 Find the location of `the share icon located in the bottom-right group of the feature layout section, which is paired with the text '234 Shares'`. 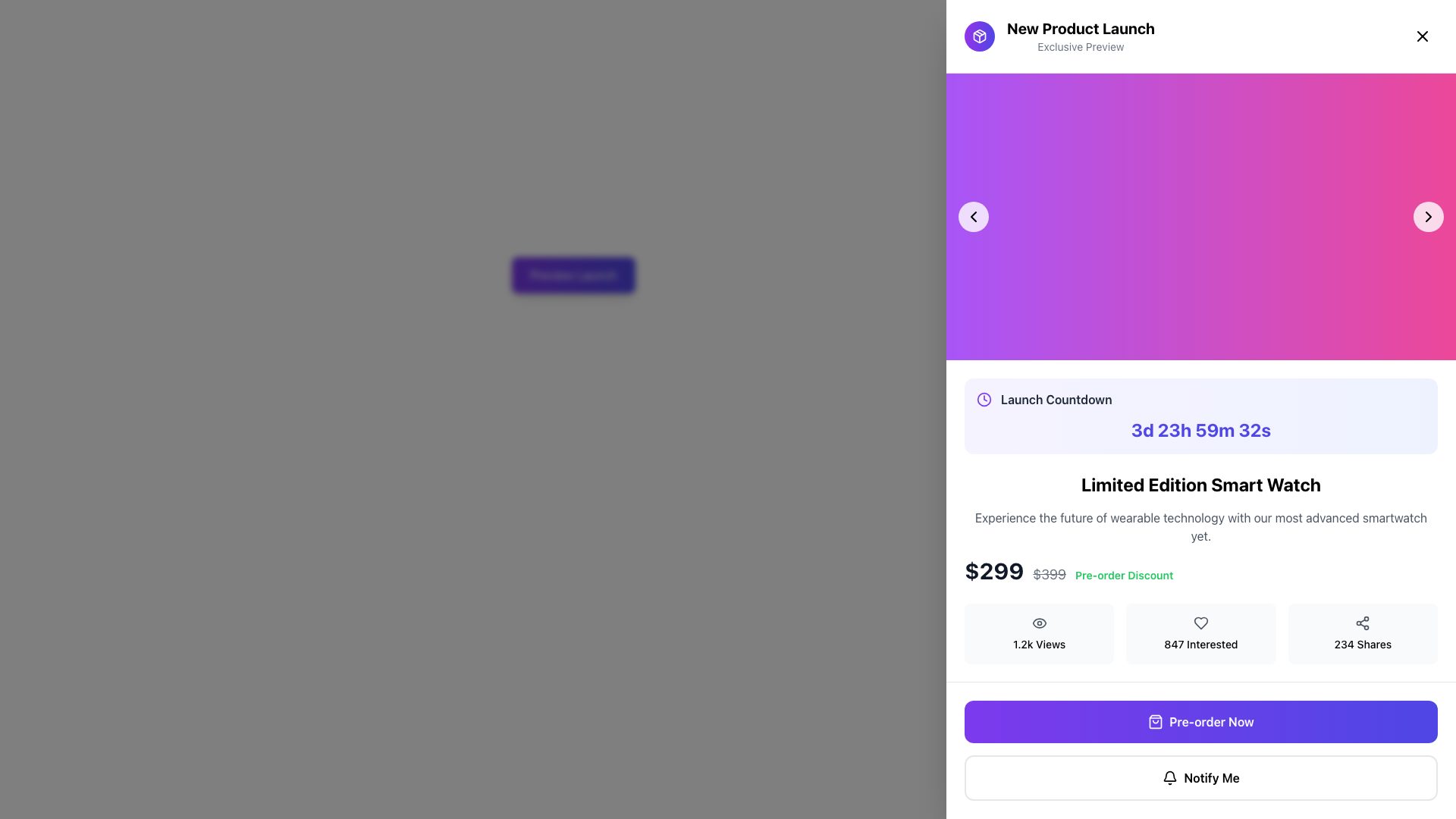

the share icon located in the bottom-right group of the feature layout section, which is paired with the text '234 Shares' is located at coordinates (1363, 623).